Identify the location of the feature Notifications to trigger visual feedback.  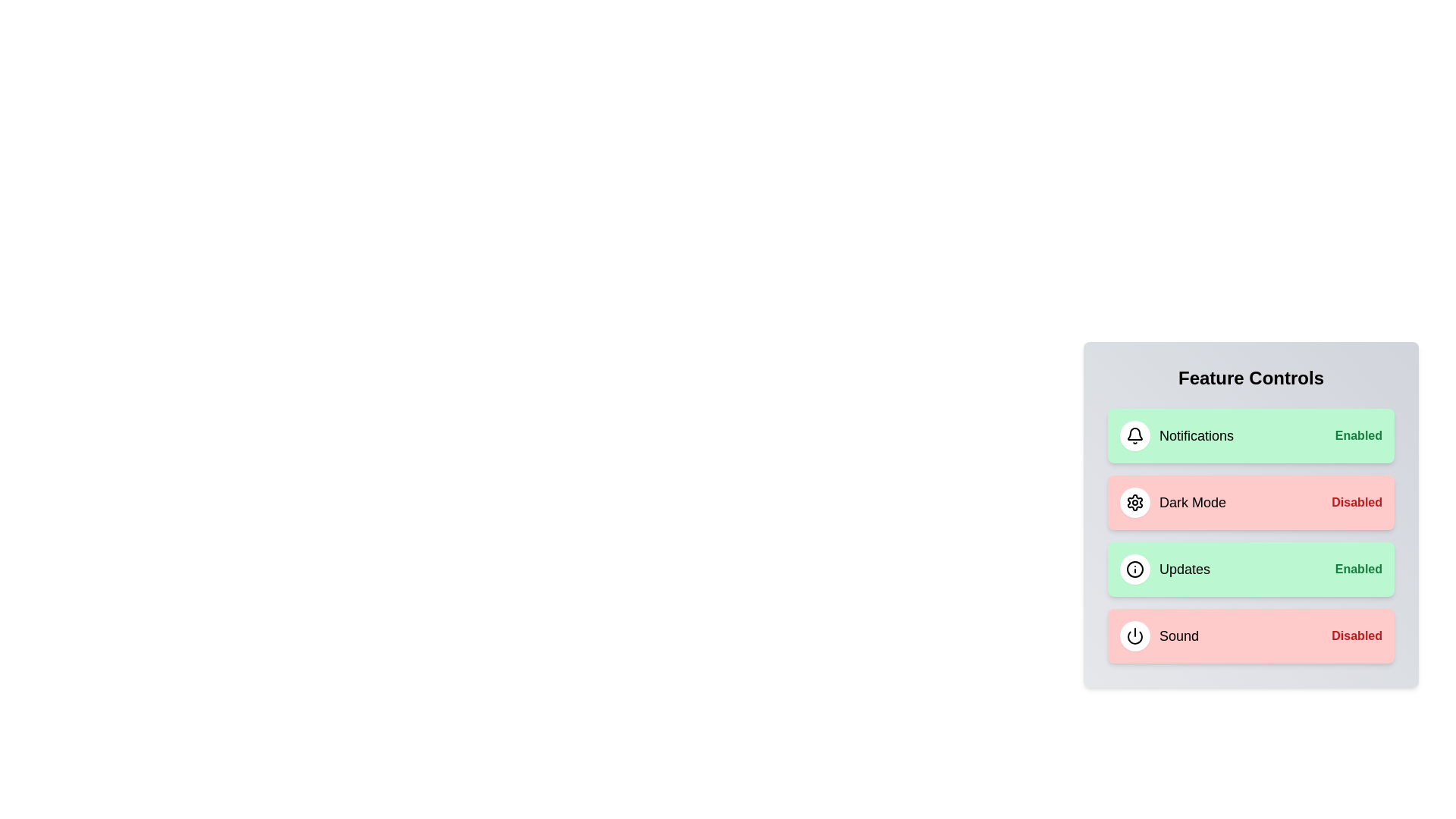
(1251, 435).